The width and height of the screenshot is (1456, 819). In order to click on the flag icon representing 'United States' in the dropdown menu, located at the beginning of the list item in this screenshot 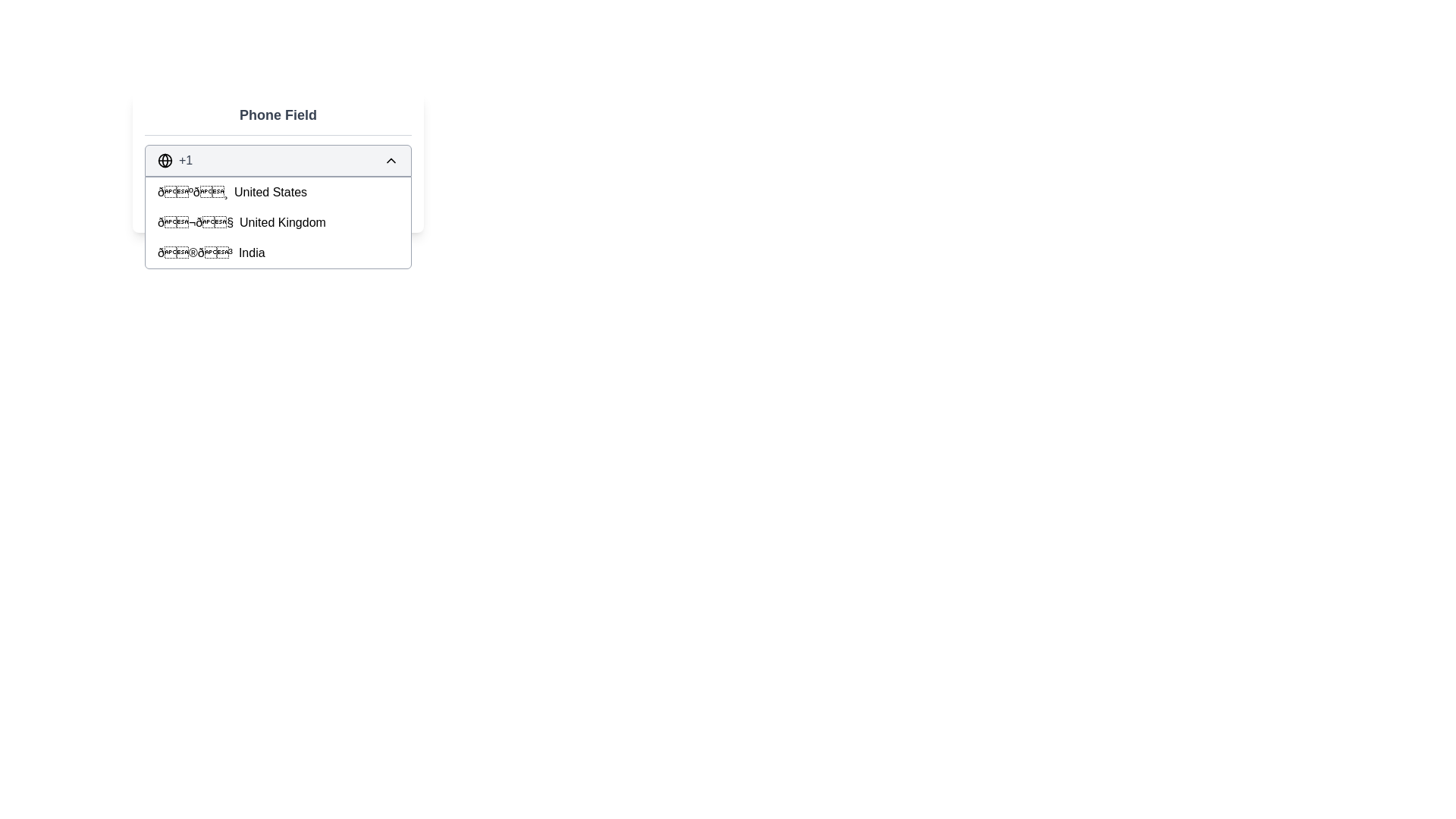, I will do `click(192, 192)`.